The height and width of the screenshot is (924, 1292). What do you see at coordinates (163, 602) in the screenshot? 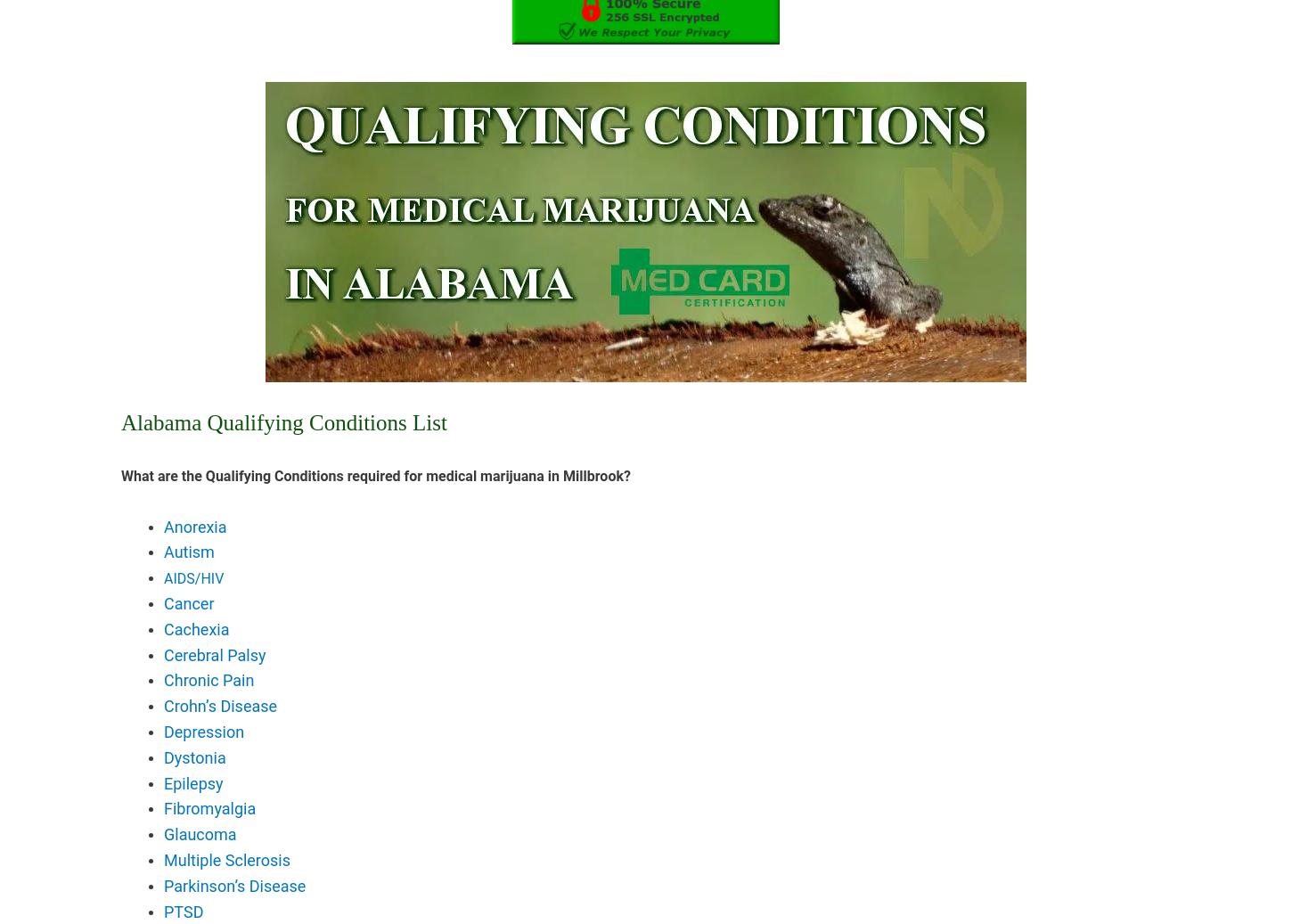
I see `'Cancer'` at bounding box center [163, 602].